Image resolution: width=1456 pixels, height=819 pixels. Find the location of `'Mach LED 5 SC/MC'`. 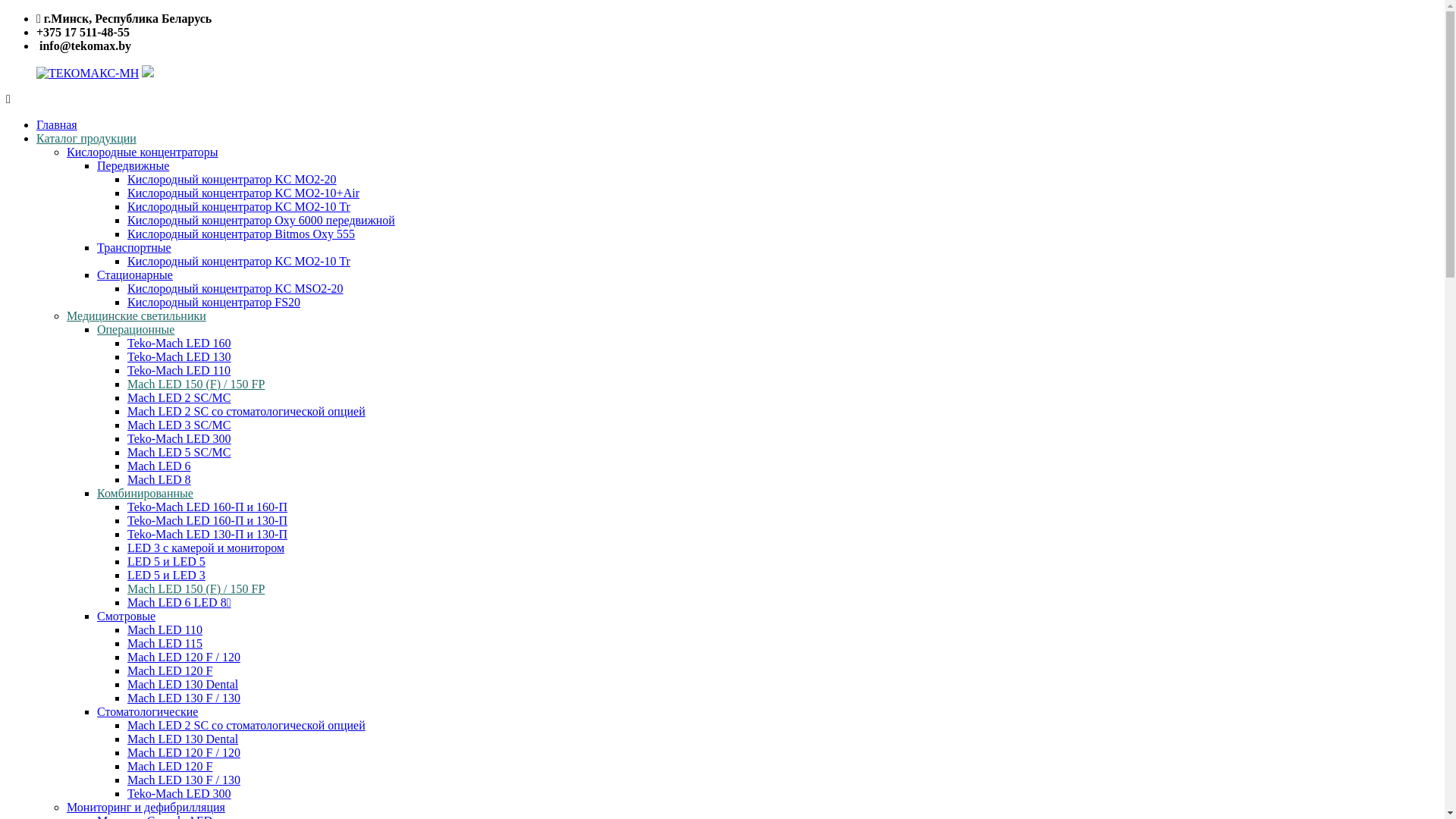

'Mach LED 5 SC/MC' is located at coordinates (178, 451).